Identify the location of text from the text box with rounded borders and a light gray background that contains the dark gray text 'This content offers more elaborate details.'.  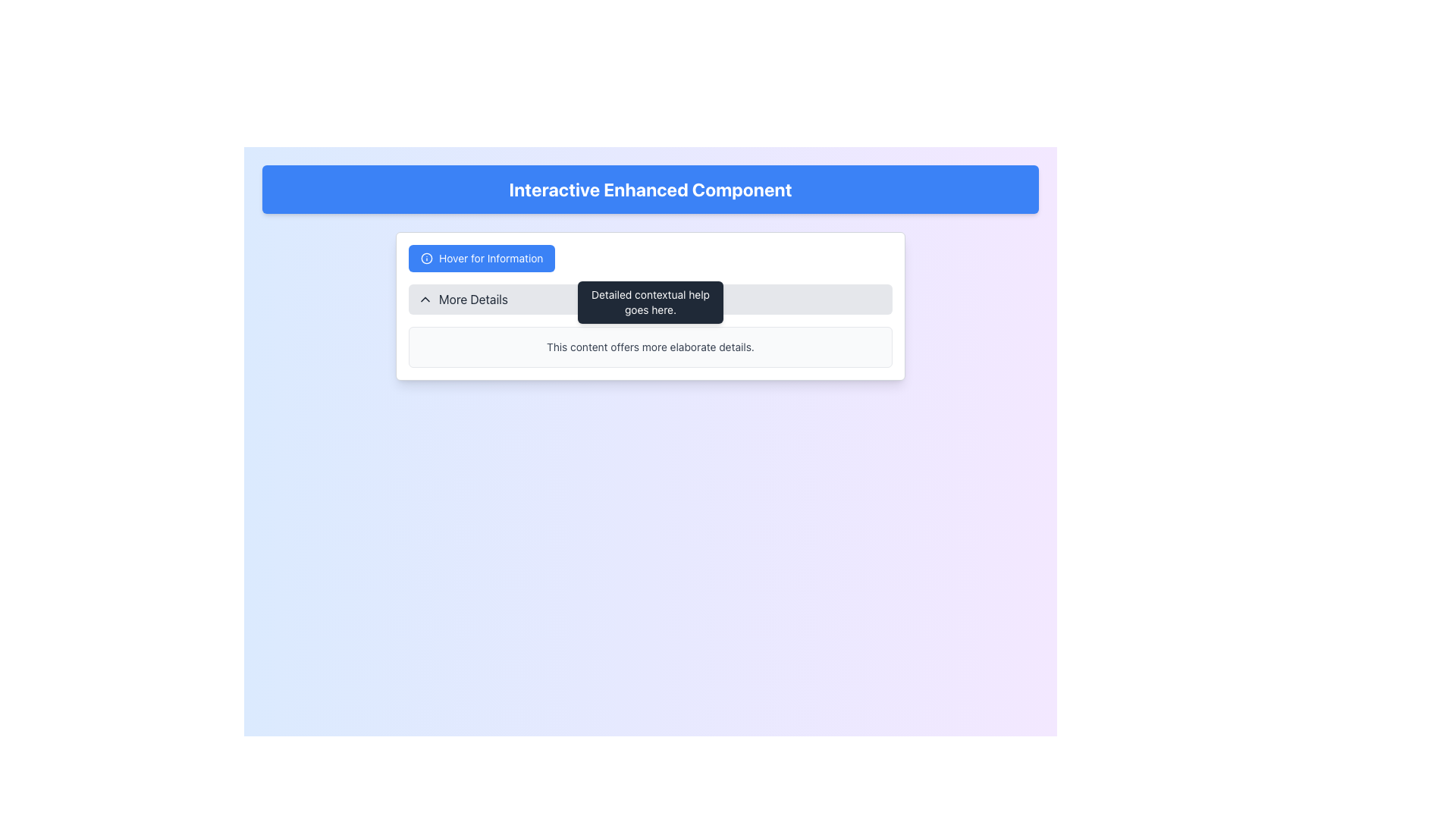
(651, 347).